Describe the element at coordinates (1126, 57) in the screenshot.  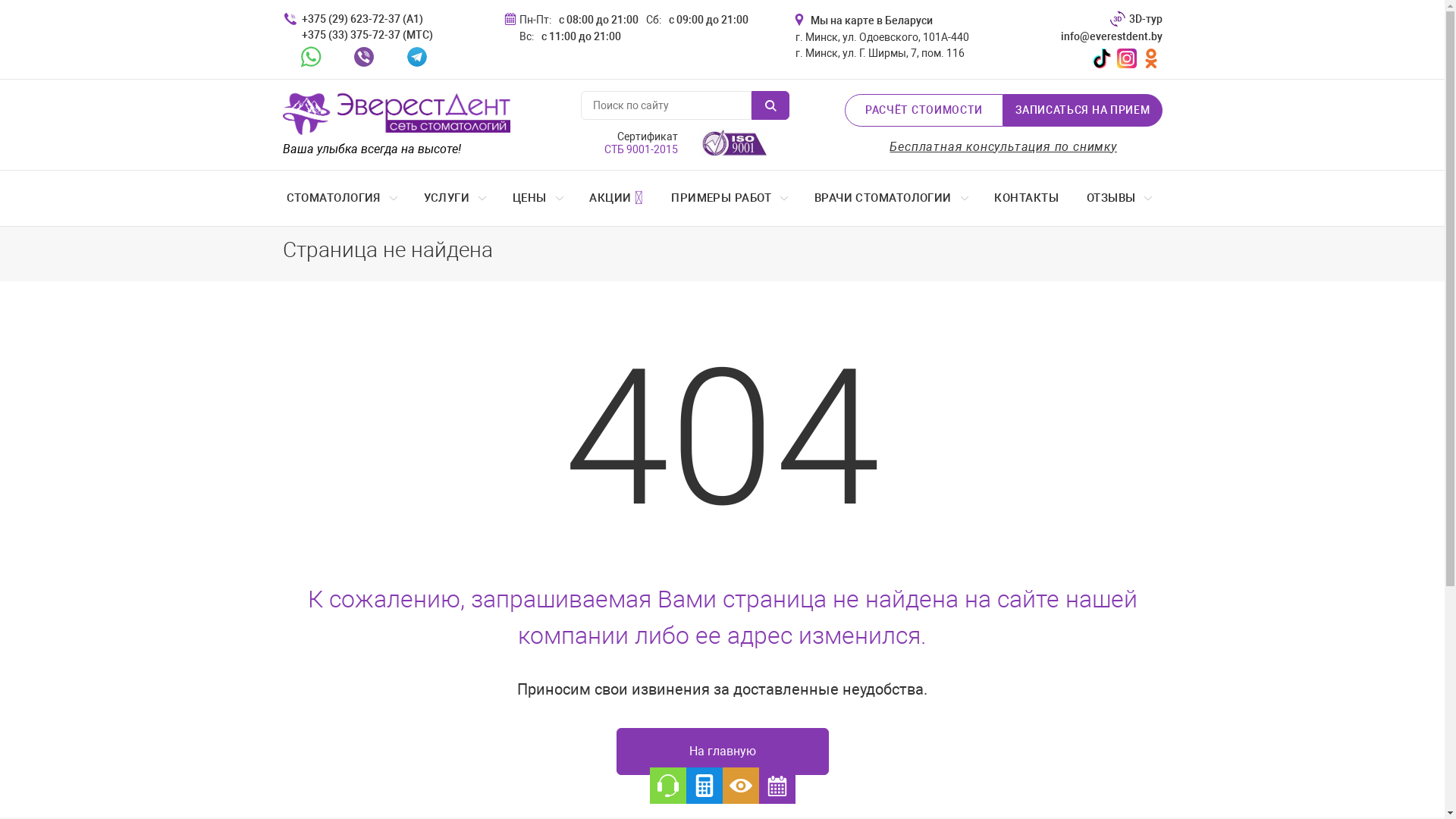
I see `'Instagram'` at that location.